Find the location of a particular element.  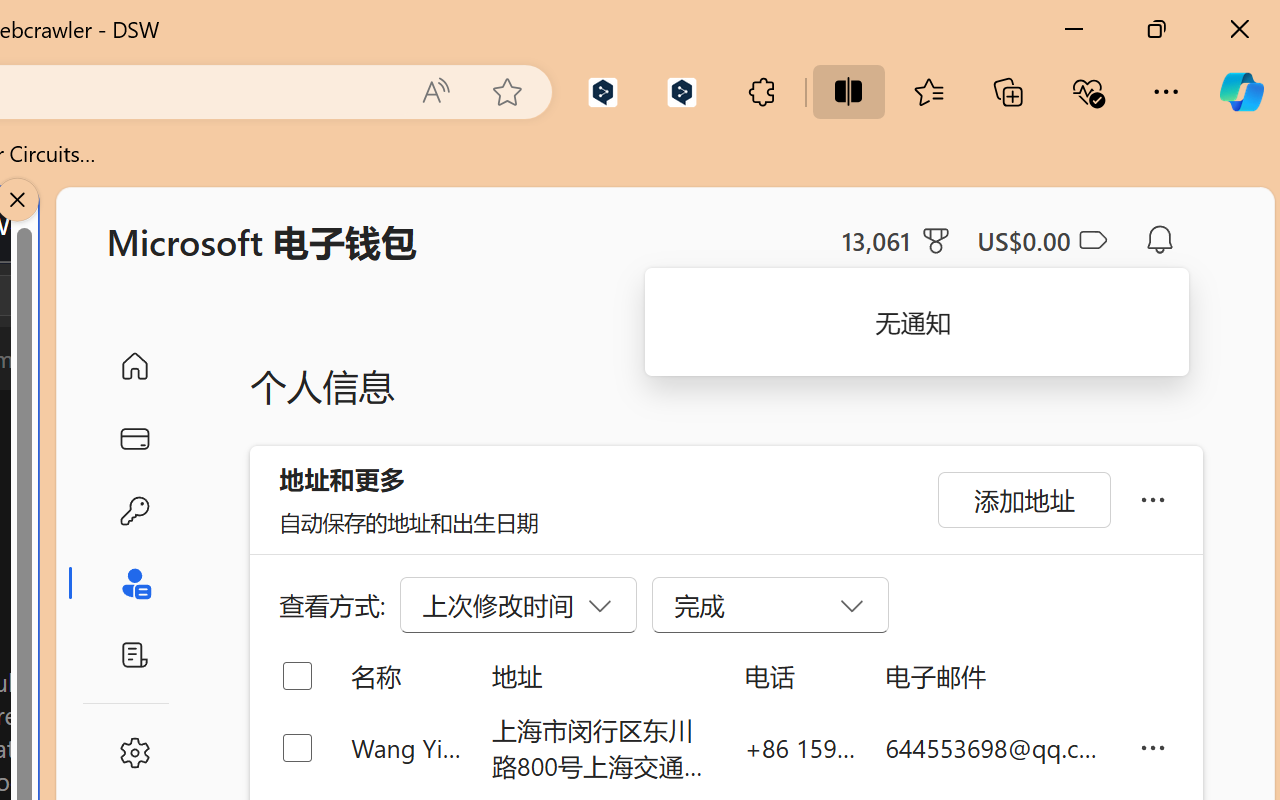

'Microsoft Cashback - US$0.00' is located at coordinates (1040, 239).